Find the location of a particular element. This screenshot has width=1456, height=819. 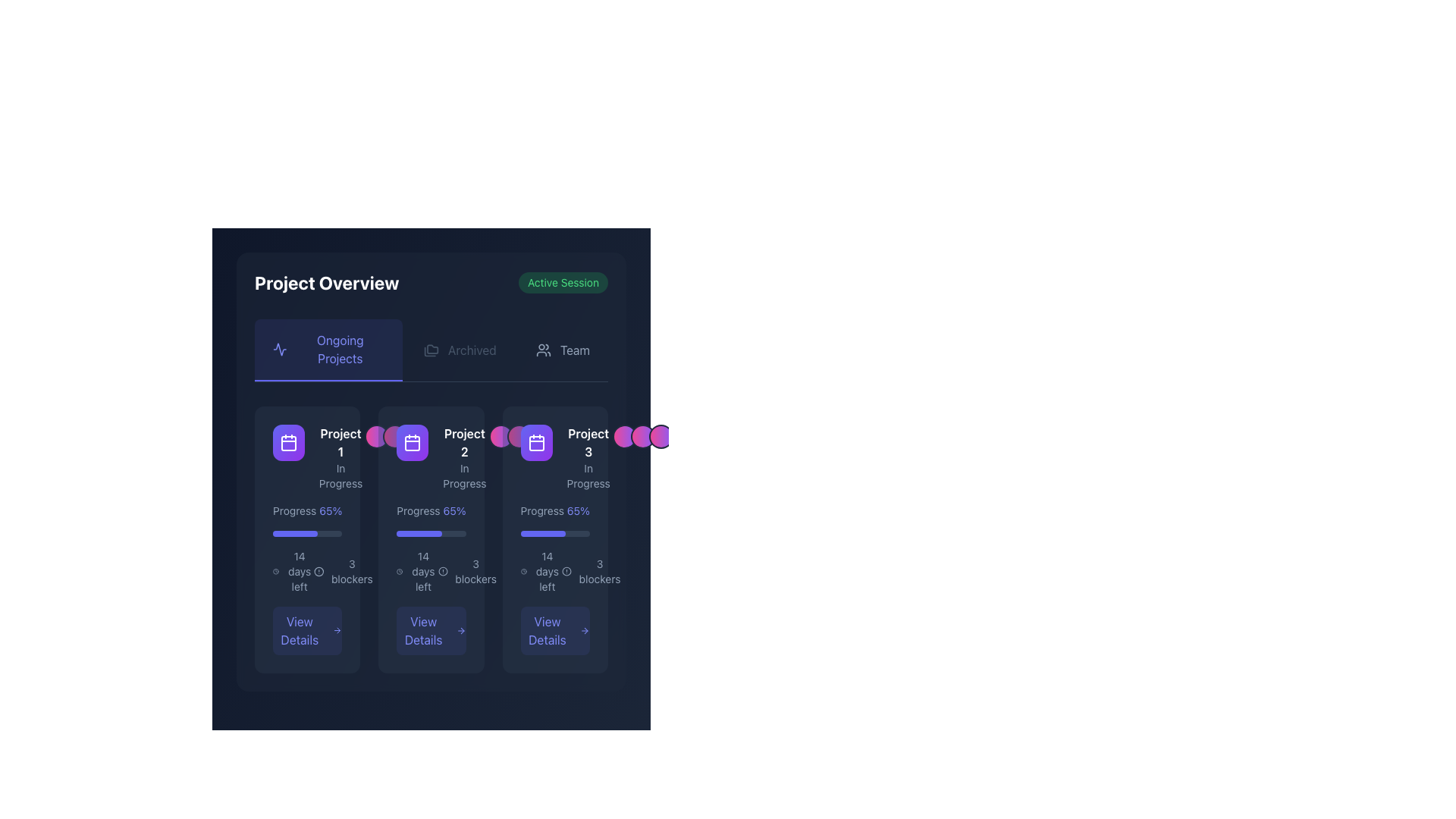

the 'Project 2' card item which shows its status as 'In Progress' is located at coordinates (430, 457).